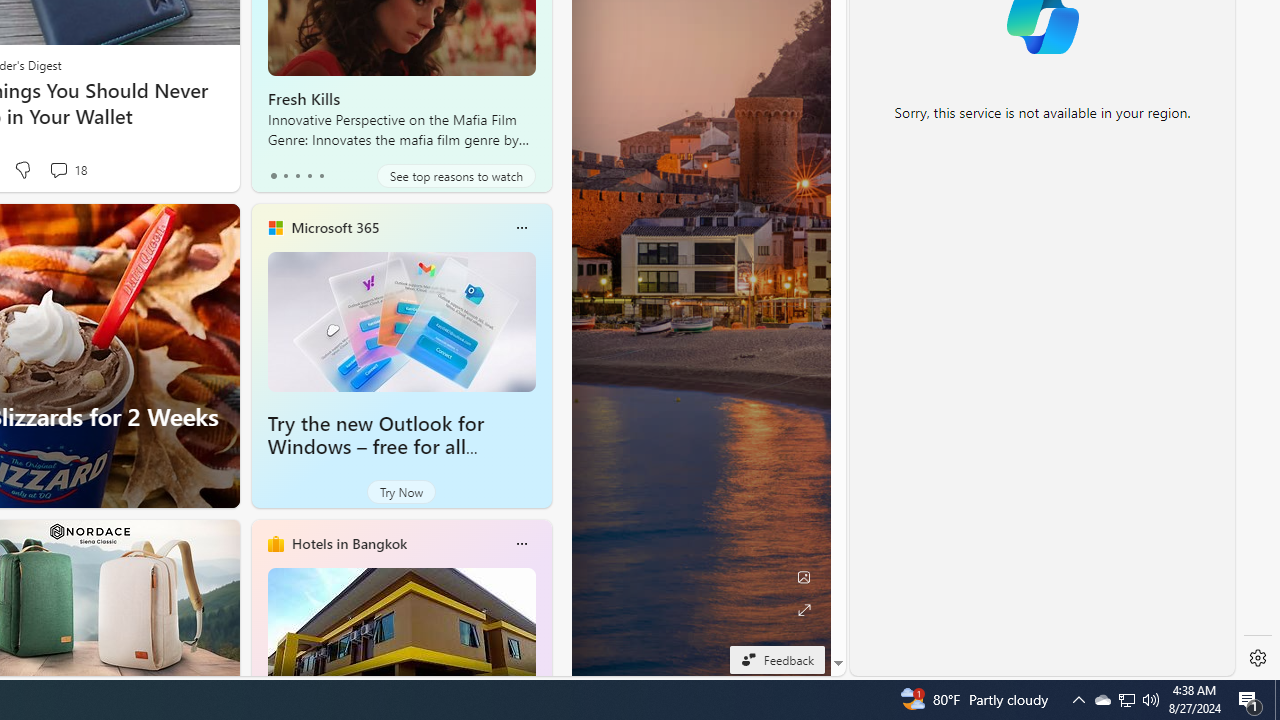  What do you see at coordinates (455, 175) in the screenshot?
I see `'See top reasons to watch'` at bounding box center [455, 175].